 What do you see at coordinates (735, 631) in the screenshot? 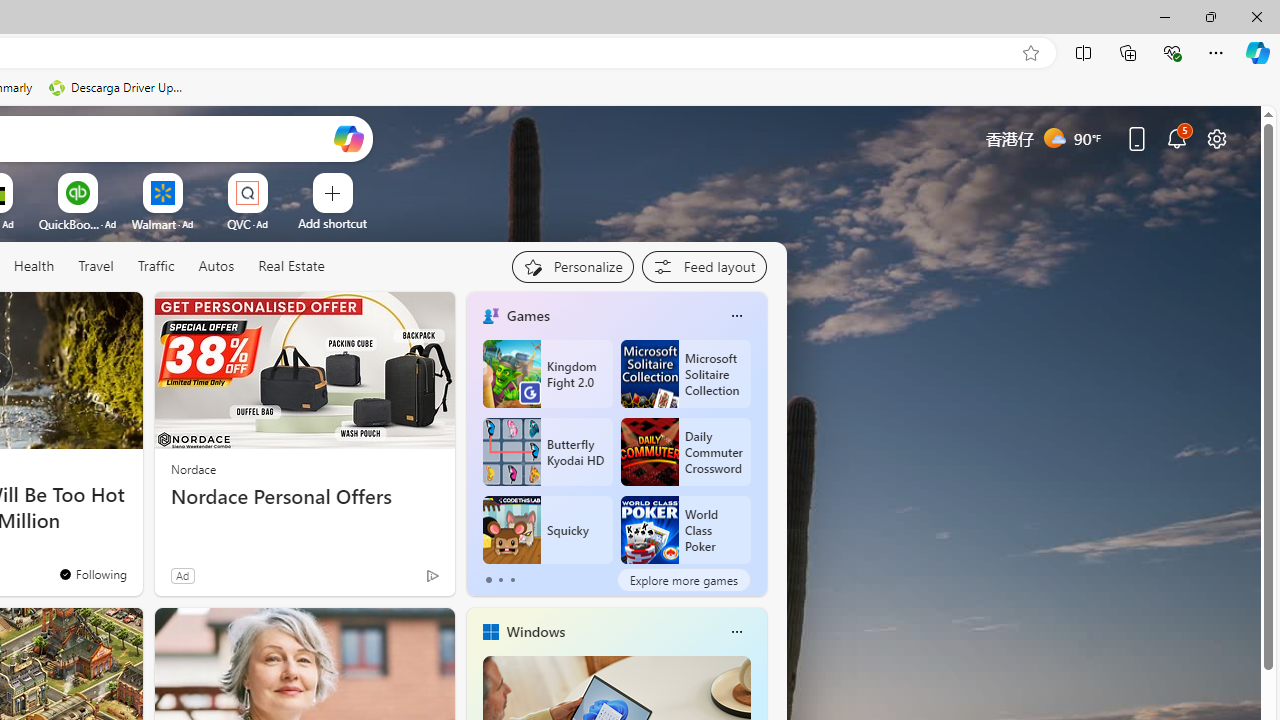
I see `'More options'` at bounding box center [735, 631].